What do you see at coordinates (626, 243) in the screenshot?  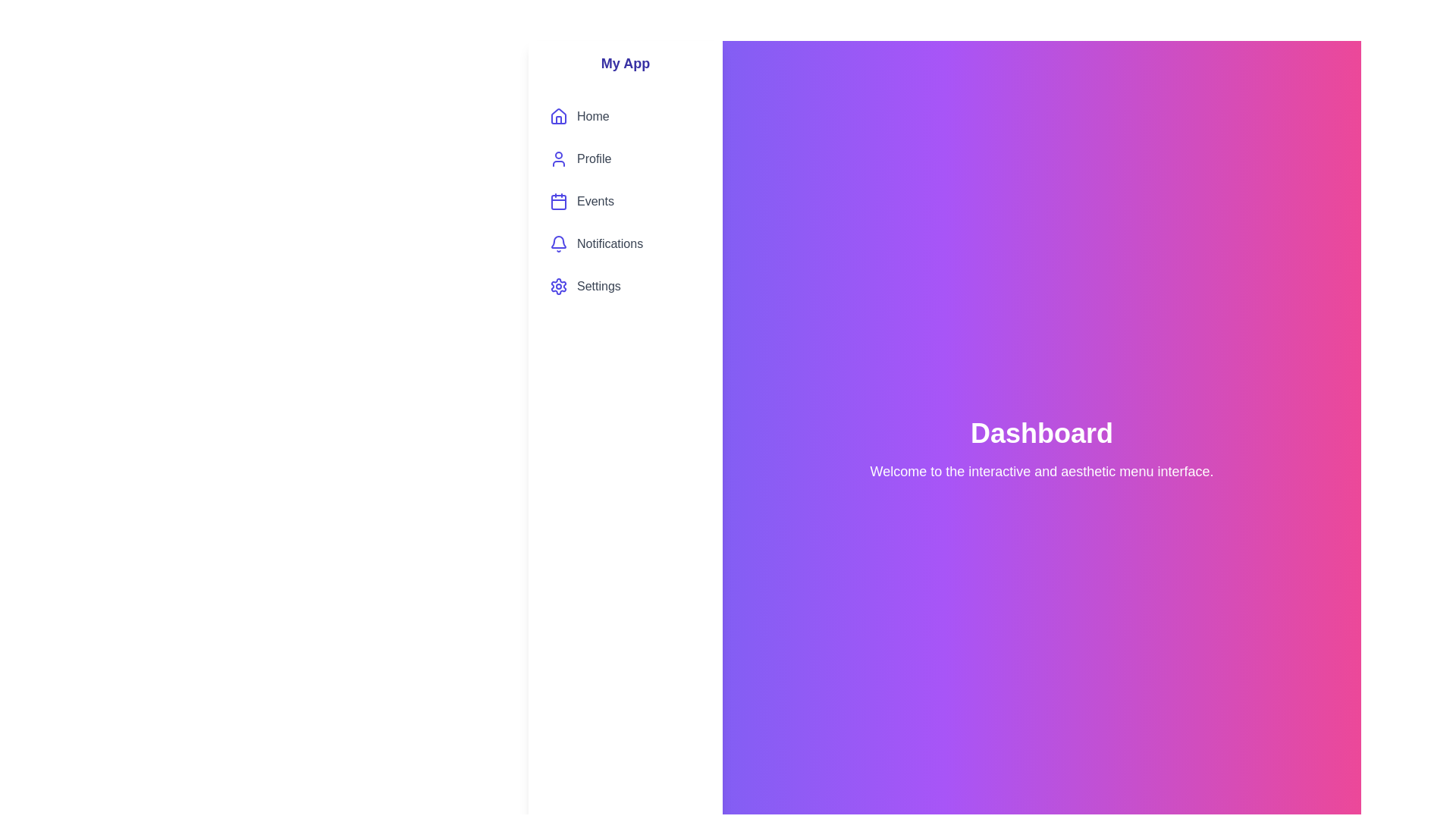 I see `the menu item labeled Notifications to navigate to the corresponding section` at bounding box center [626, 243].